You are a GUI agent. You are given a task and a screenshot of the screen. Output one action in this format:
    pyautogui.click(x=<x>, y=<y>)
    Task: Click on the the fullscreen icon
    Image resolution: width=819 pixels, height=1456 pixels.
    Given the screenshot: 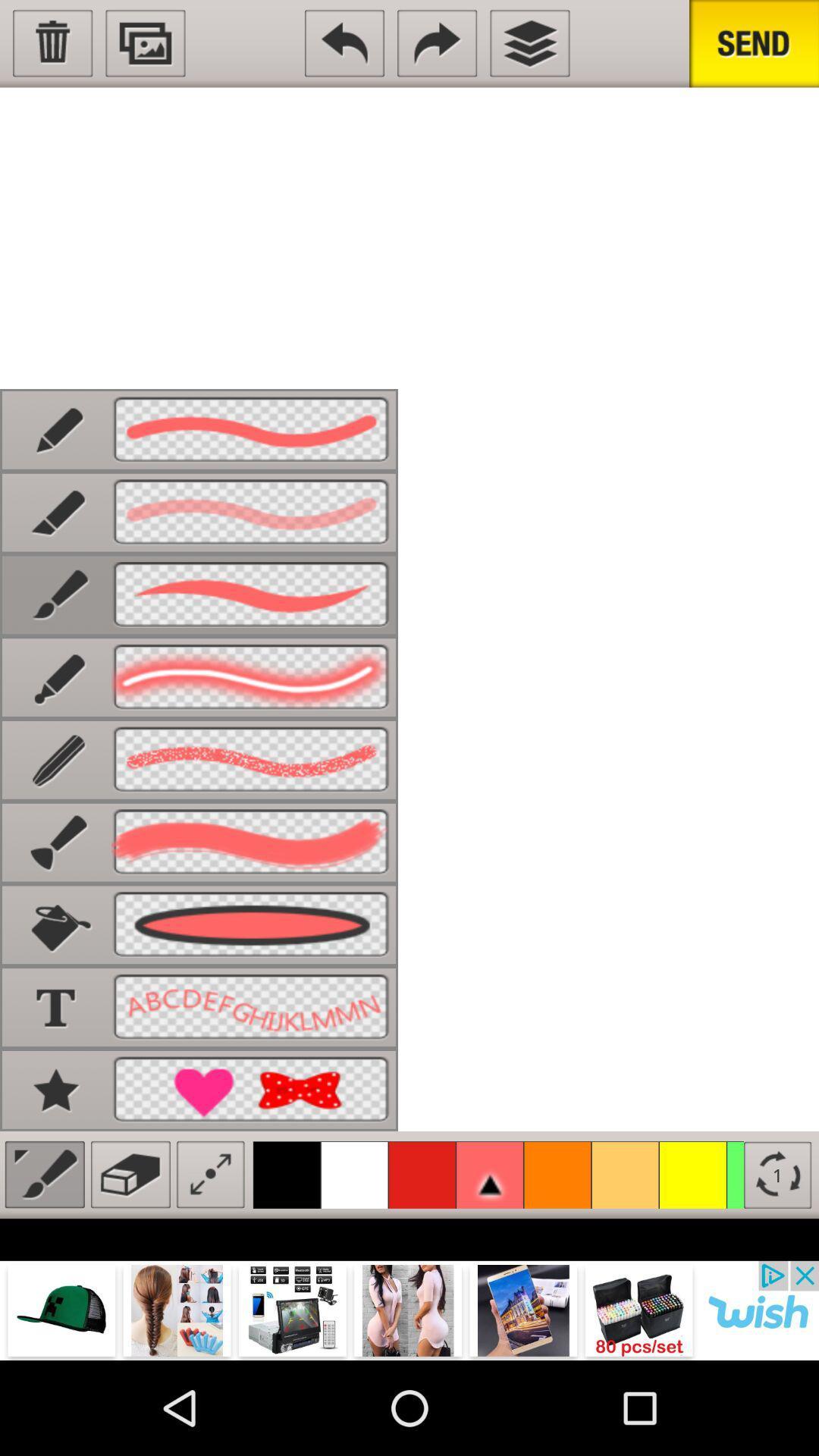 What is the action you would take?
    pyautogui.click(x=210, y=1174)
    